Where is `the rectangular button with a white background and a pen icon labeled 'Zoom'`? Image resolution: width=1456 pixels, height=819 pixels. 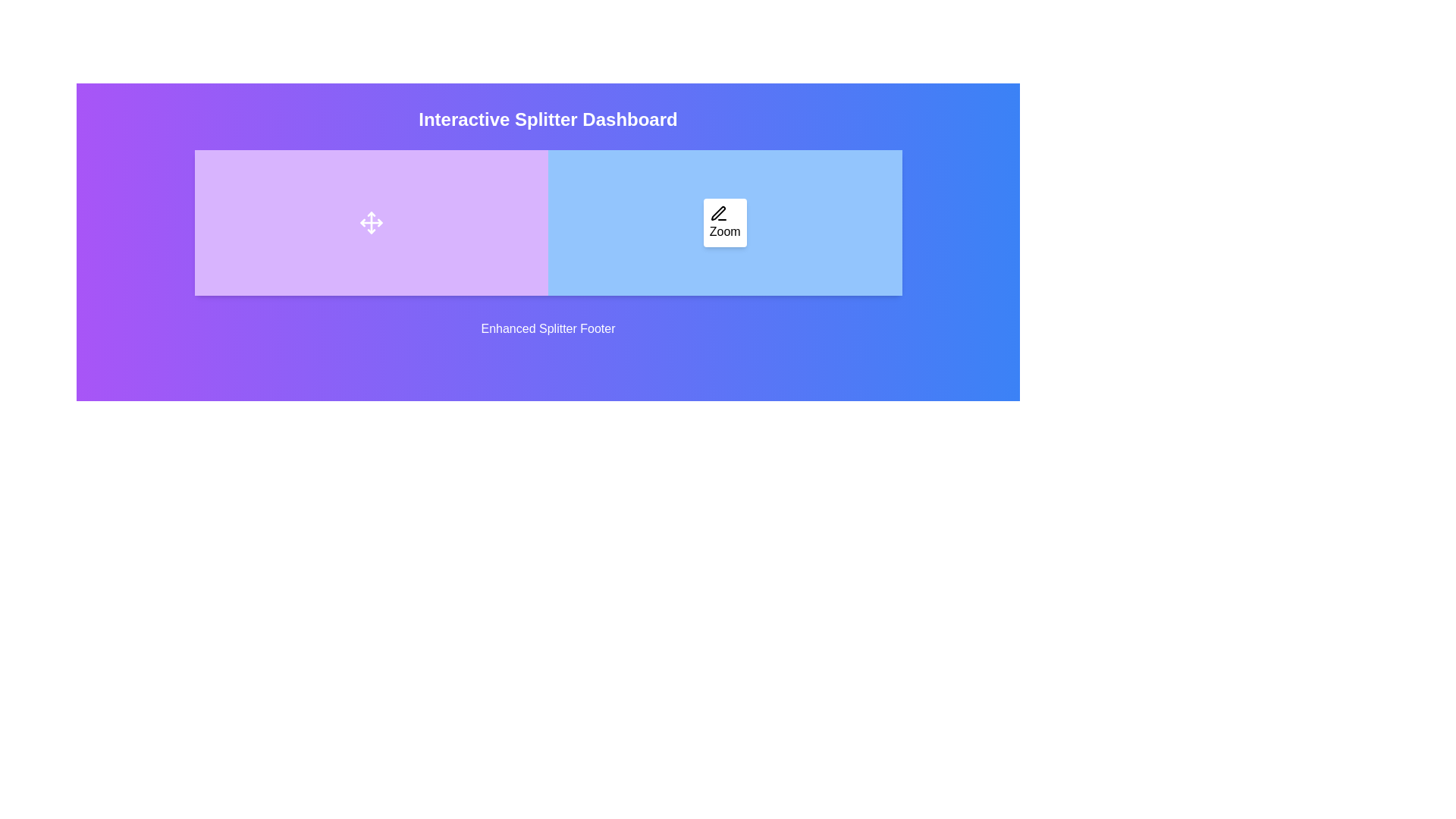
the rectangular button with a white background and a pen icon labeled 'Zoom' is located at coordinates (724, 222).